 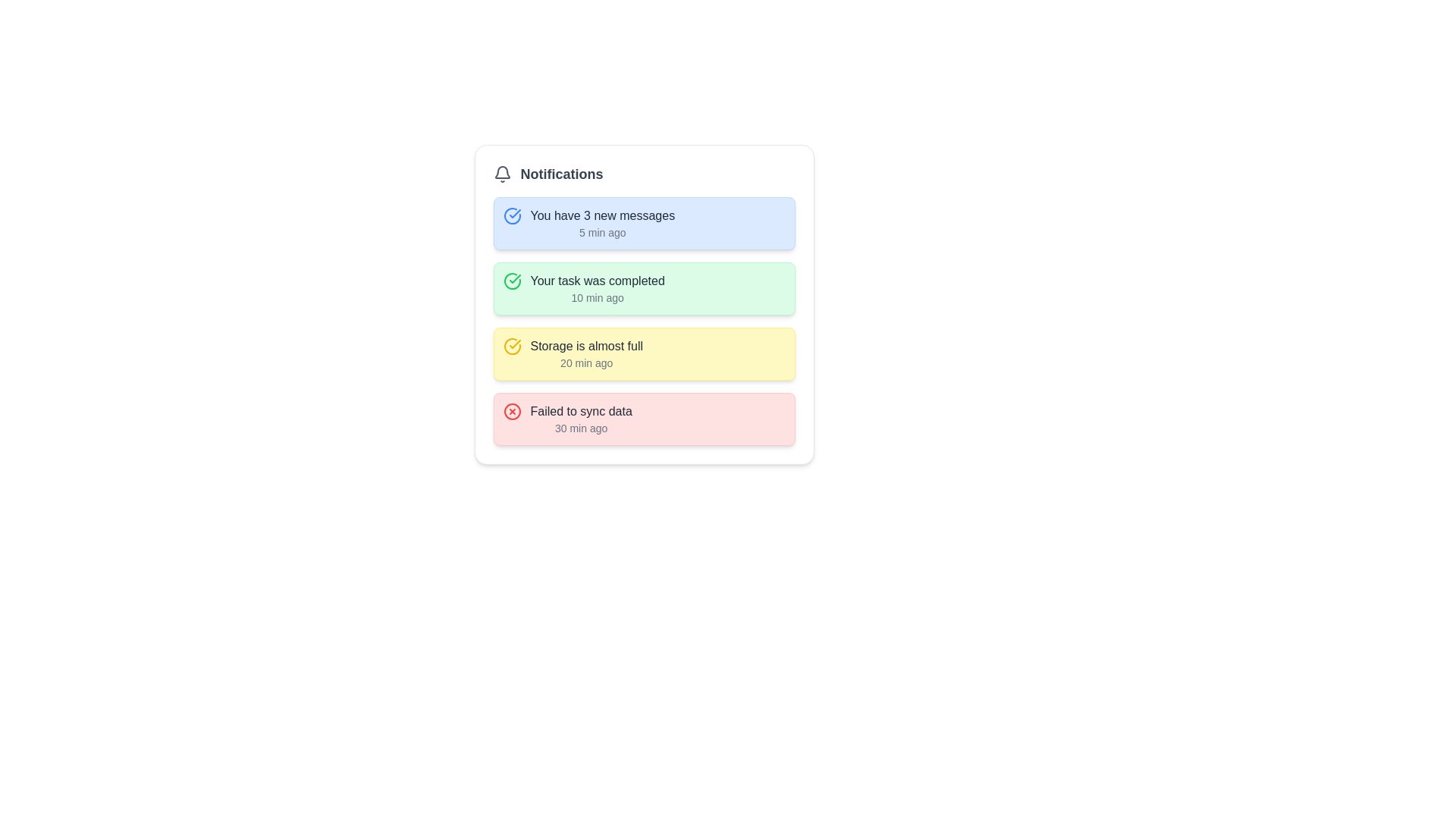 What do you see at coordinates (597, 298) in the screenshot?
I see `the text element that shows the time span since the activity or notification occurred, located within the green notification card, just below 'Your task was completed' in the second notification card` at bounding box center [597, 298].